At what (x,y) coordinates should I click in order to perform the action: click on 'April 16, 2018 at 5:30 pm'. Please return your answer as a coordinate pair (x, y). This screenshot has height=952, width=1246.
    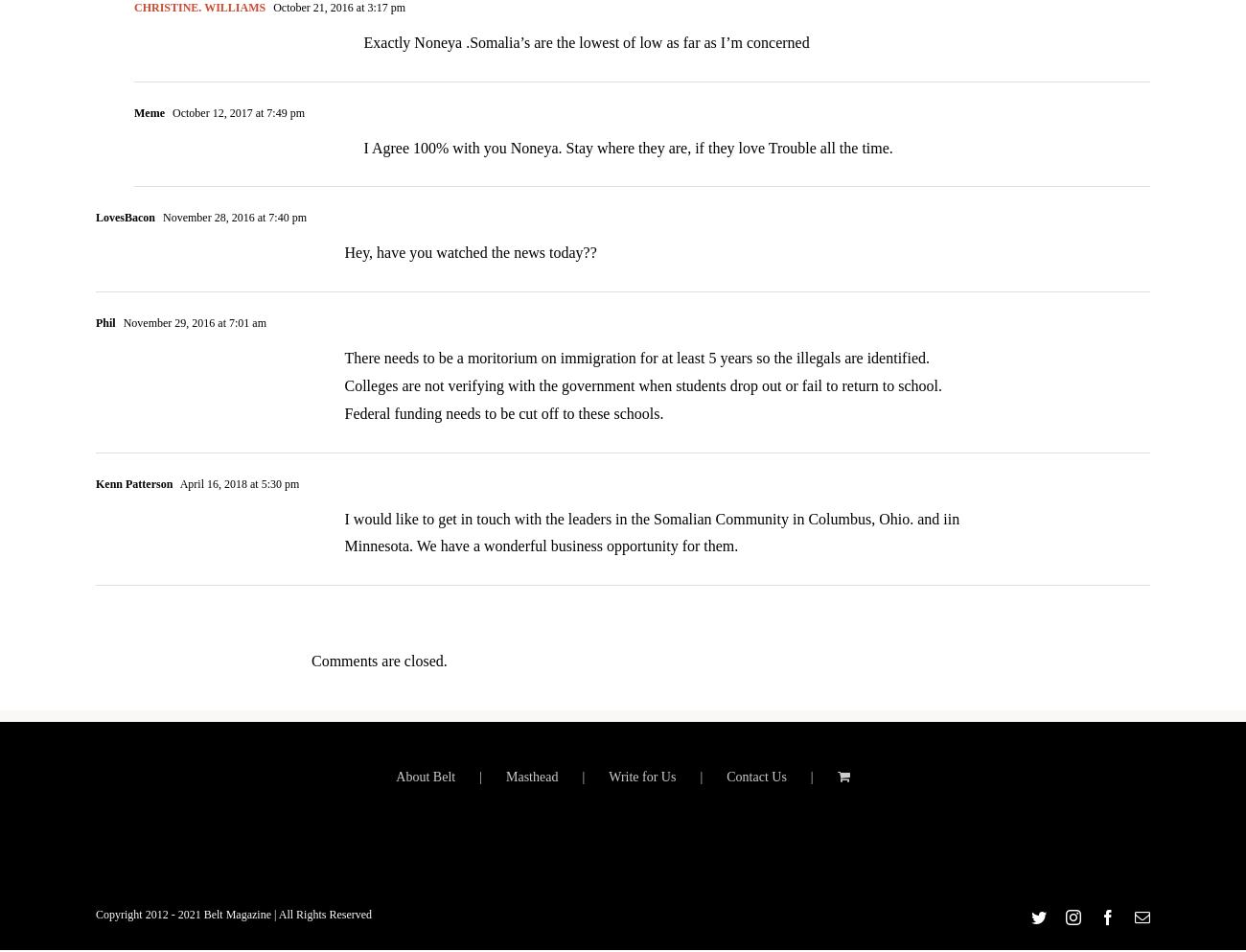
    Looking at the image, I should click on (237, 497).